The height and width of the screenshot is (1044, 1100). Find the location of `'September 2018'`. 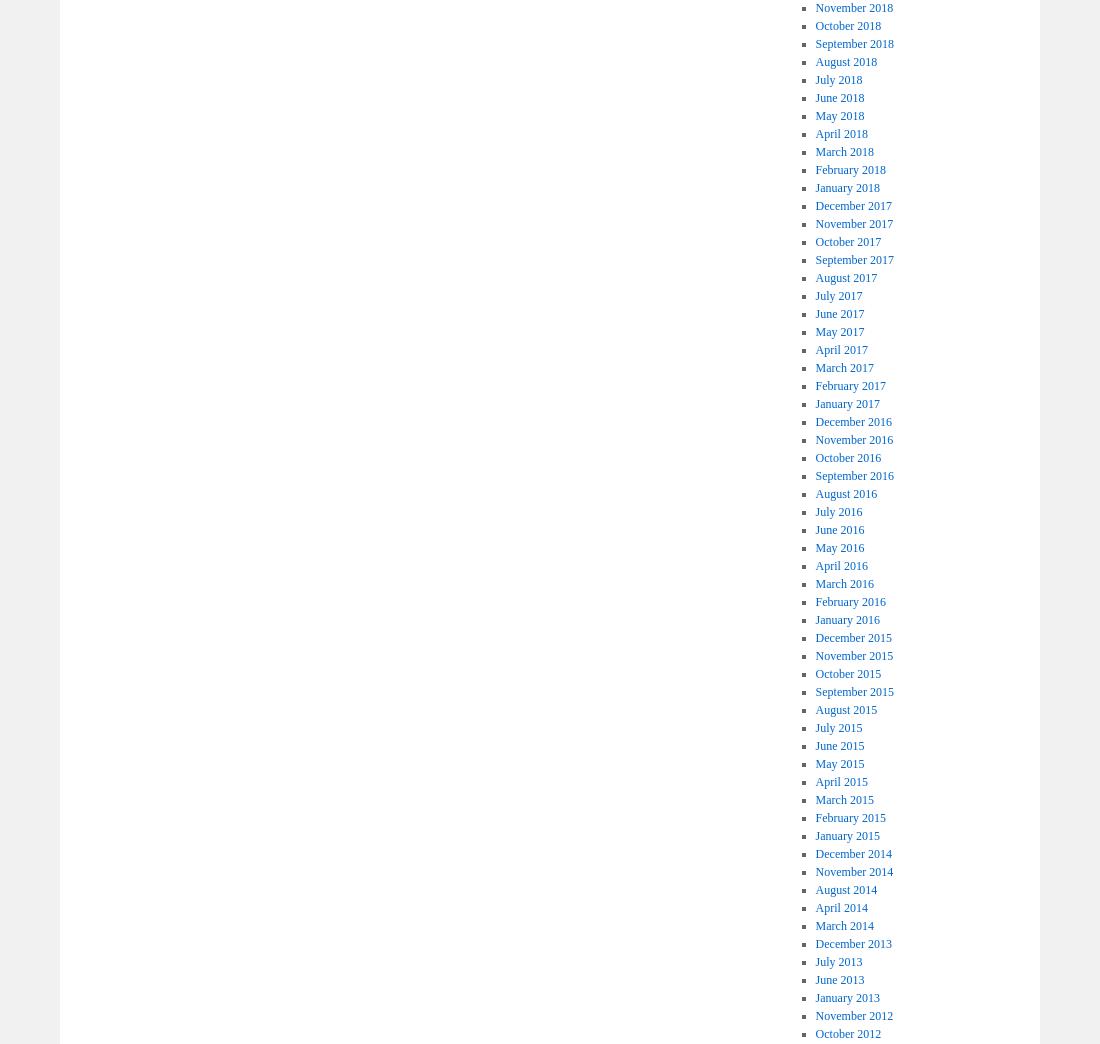

'September 2018' is located at coordinates (853, 42).